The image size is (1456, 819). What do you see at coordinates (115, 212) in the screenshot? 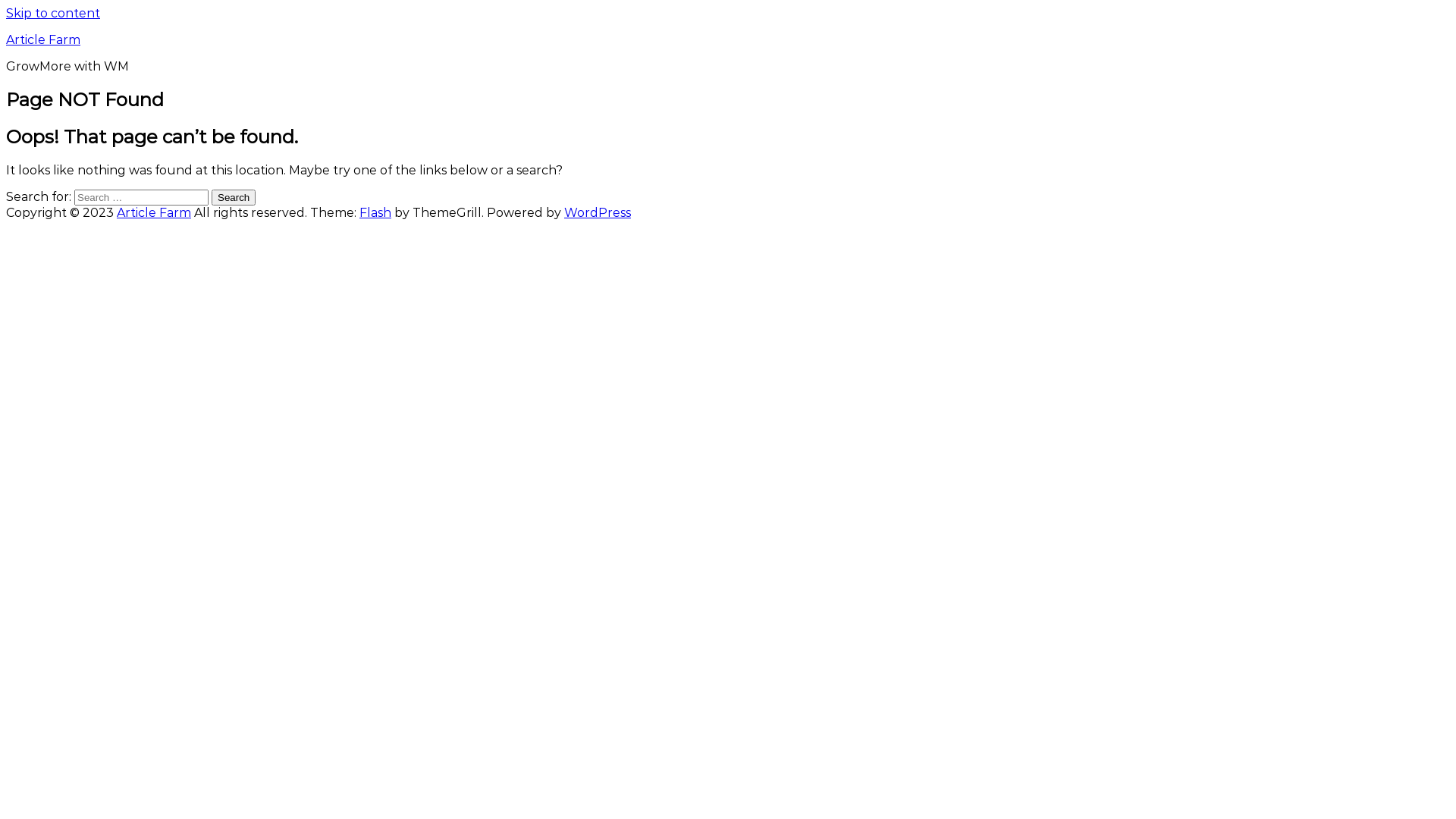
I see `'Article Farm'` at bounding box center [115, 212].